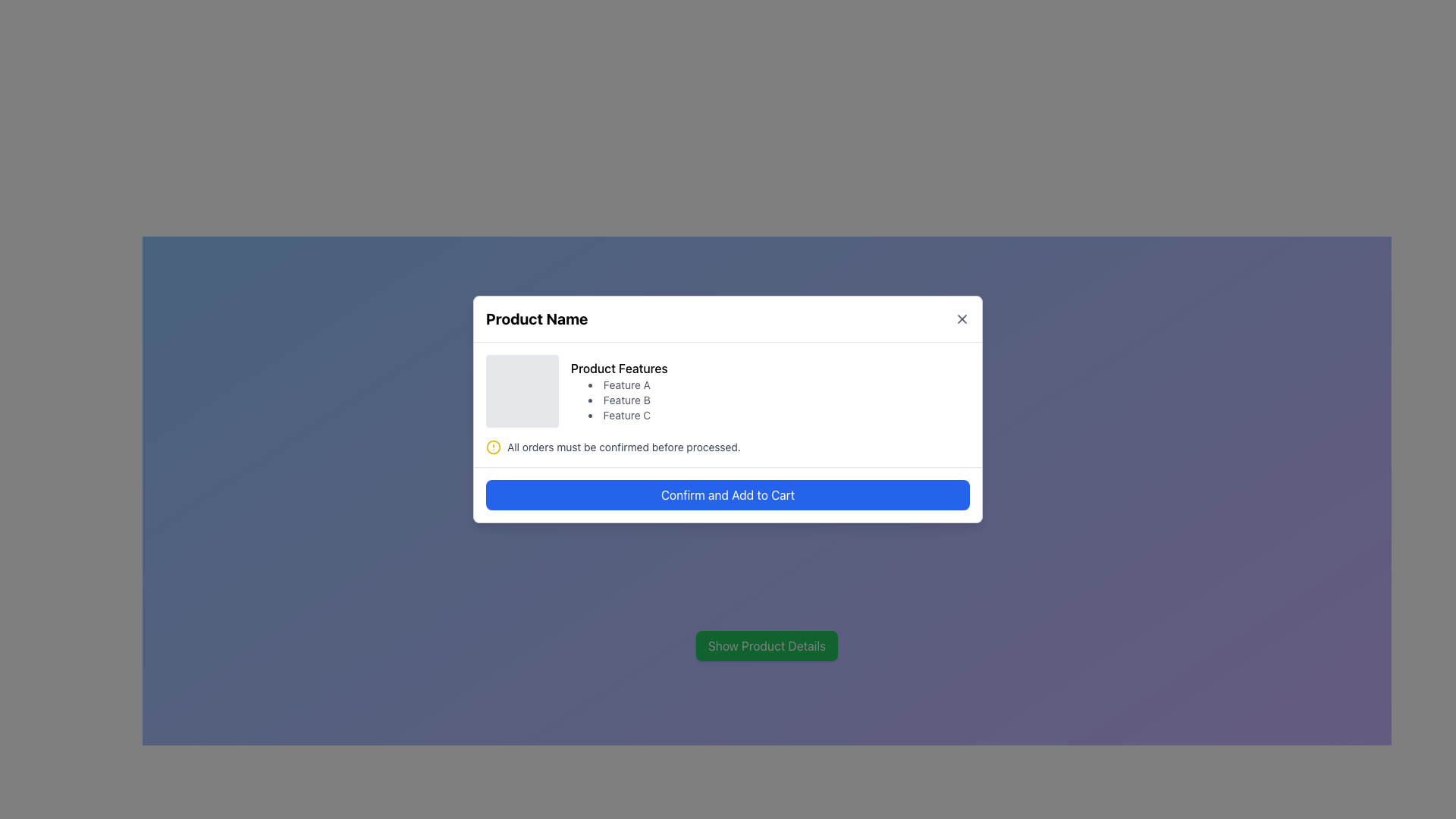 This screenshot has width=1456, height=819. What do you see at coordinates (961, 318) in the screenshot?
I see `the close button located at the top-right corner of the modal window` at bounding box center [961, 318].